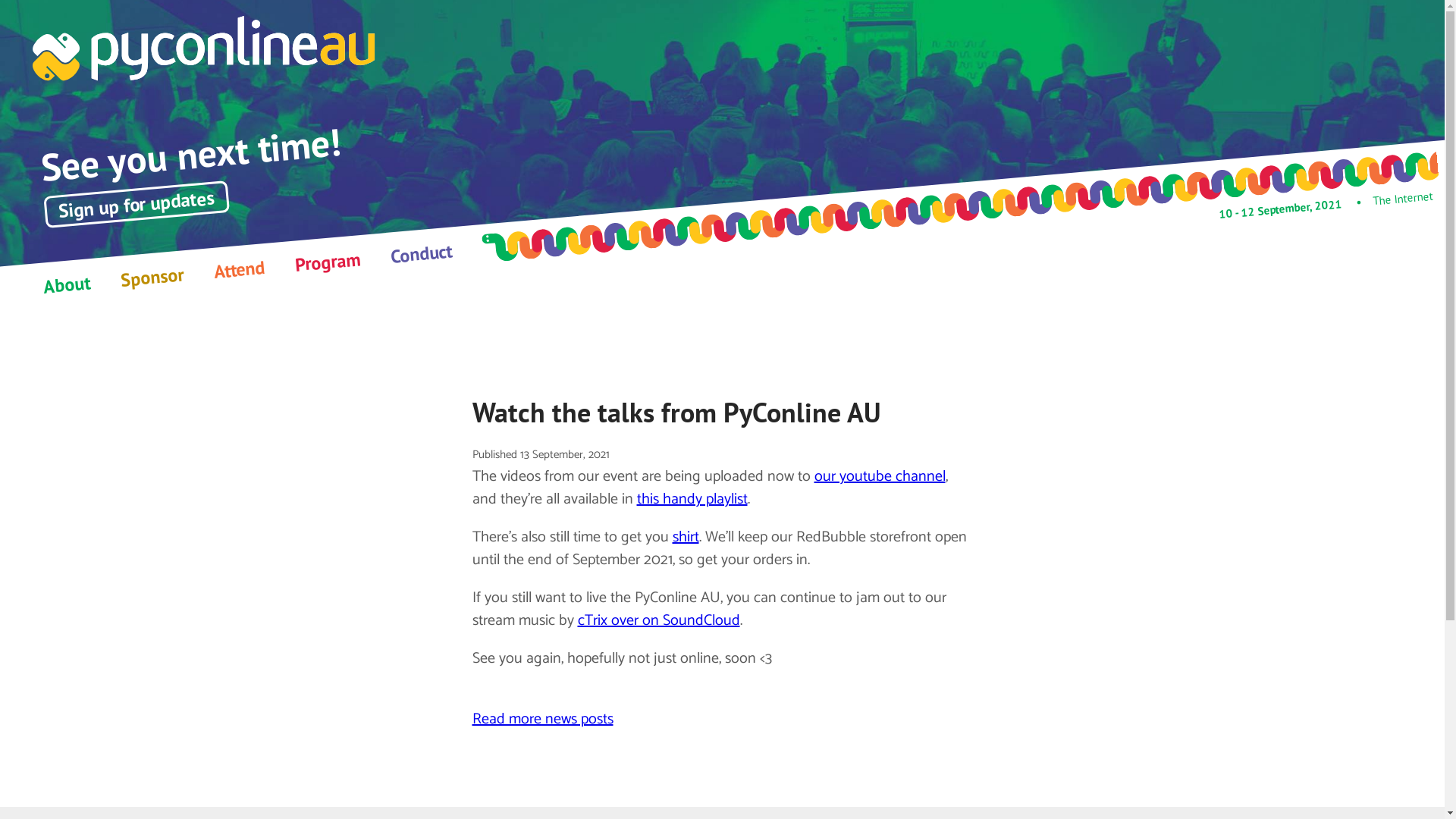 The height and width of the screenshot is (819, 1456). Describe the element at coordinates (326, 258) in the screenshot. I see `'Program'` at that location.